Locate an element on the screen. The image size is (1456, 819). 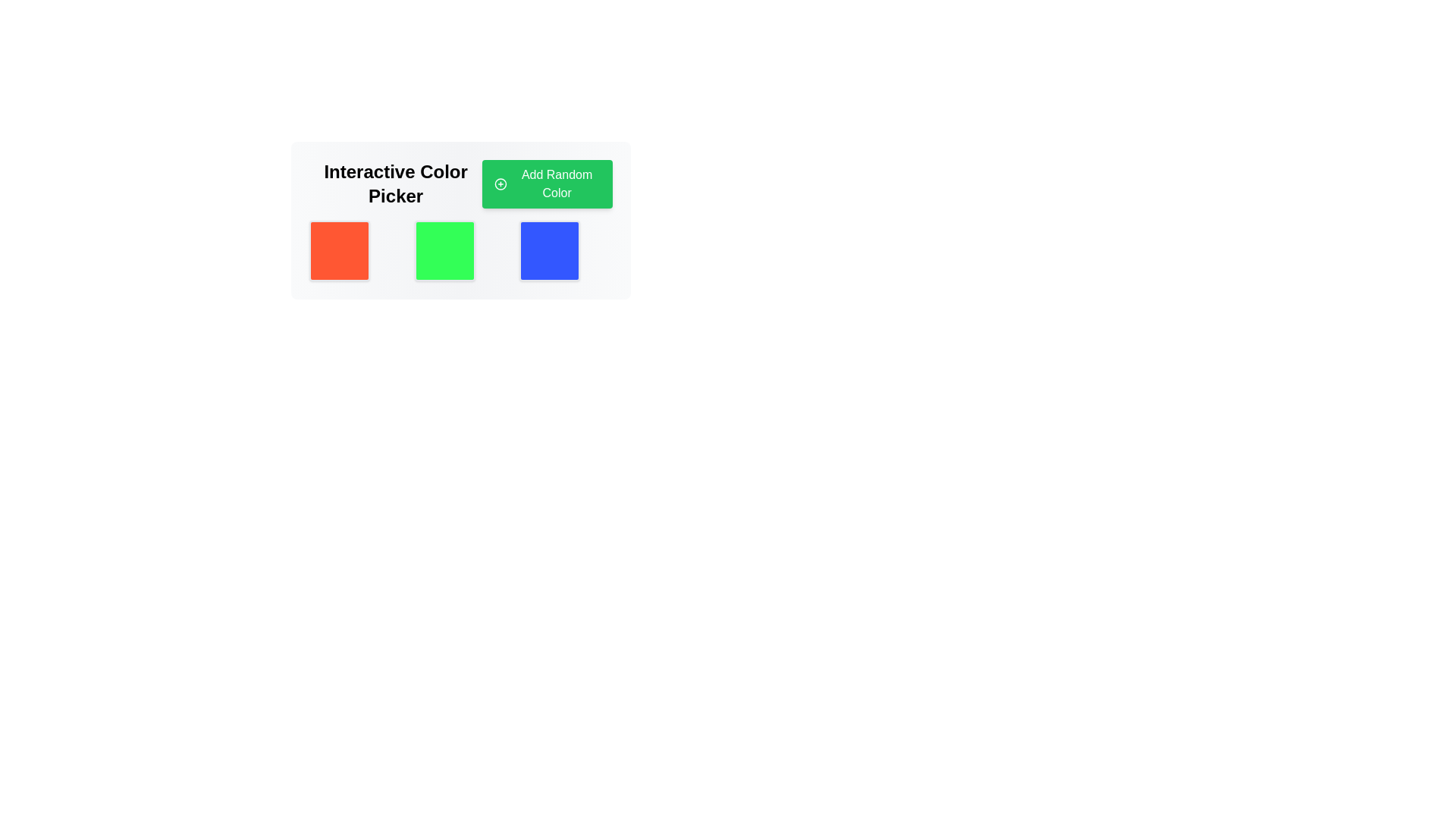
the button located in the 'Interactive Color Picker' section is located at coordinates (547, 184).